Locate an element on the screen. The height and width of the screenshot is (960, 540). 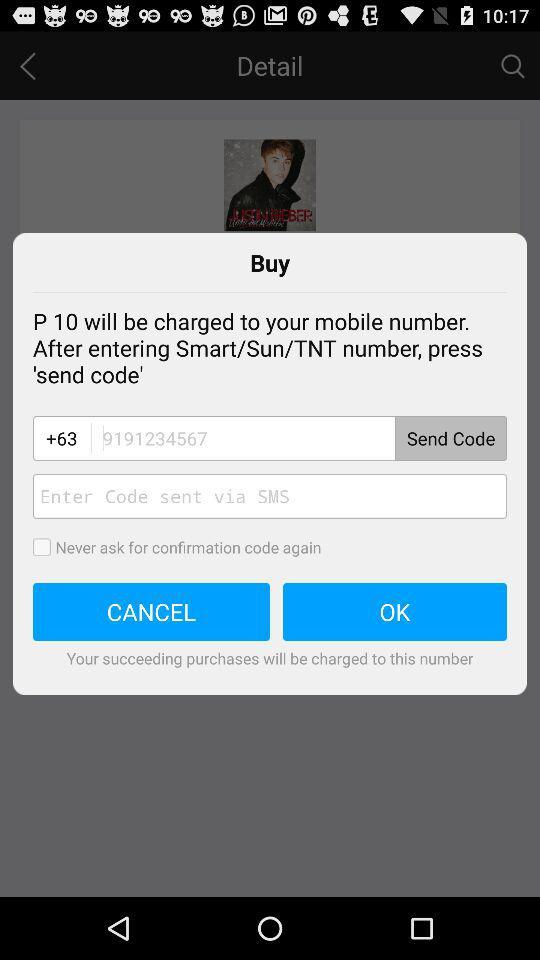
cancel is located at coordinates (150, 611).